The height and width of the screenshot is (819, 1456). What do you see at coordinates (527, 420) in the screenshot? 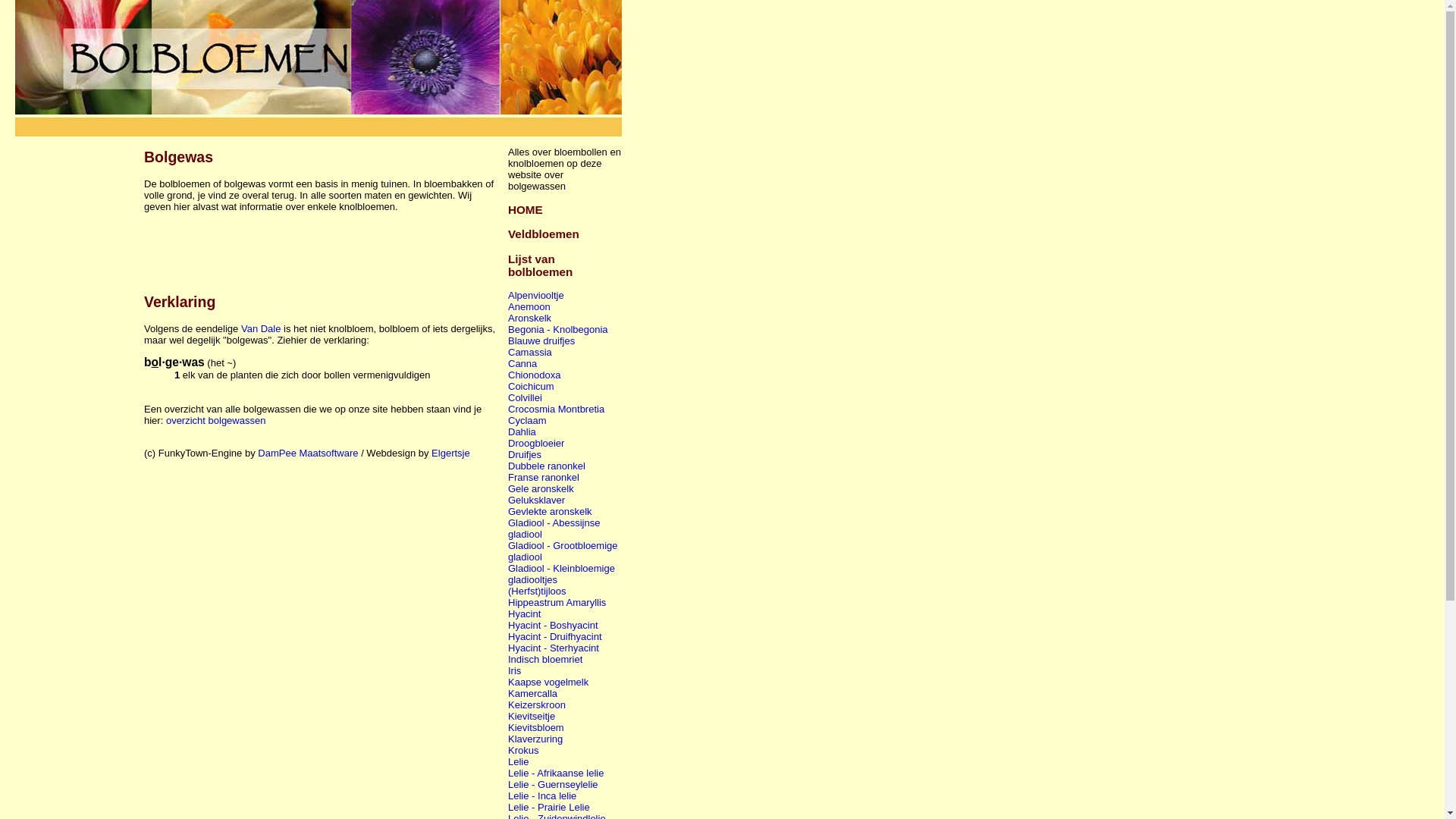
I see `'Cyclaam'` at bounding box center [527, 420].